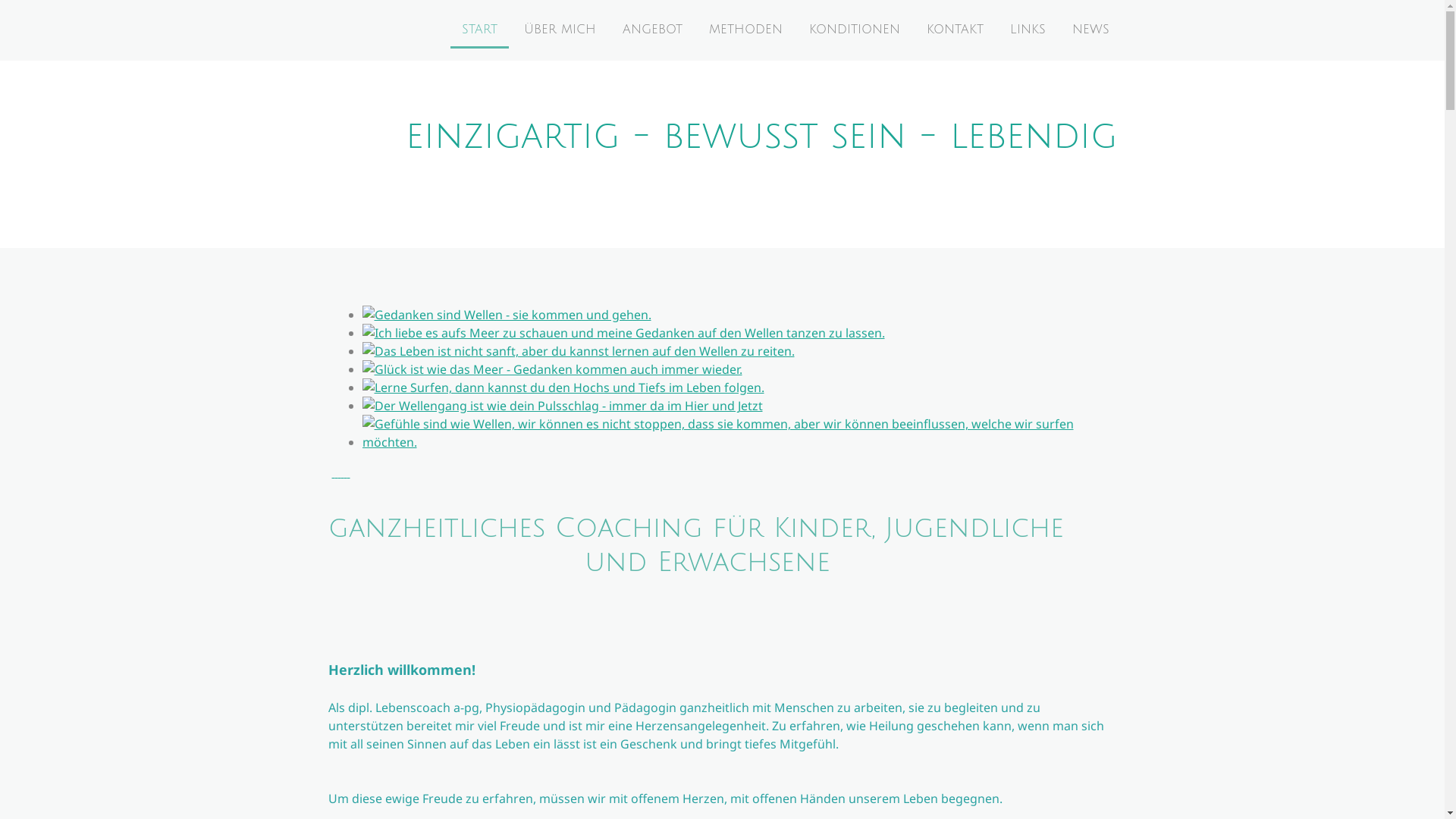  What do you see at coordinates (1089, 30) in the screenshot?
I see `'NEWS'` at bounding box center [1089, 30].